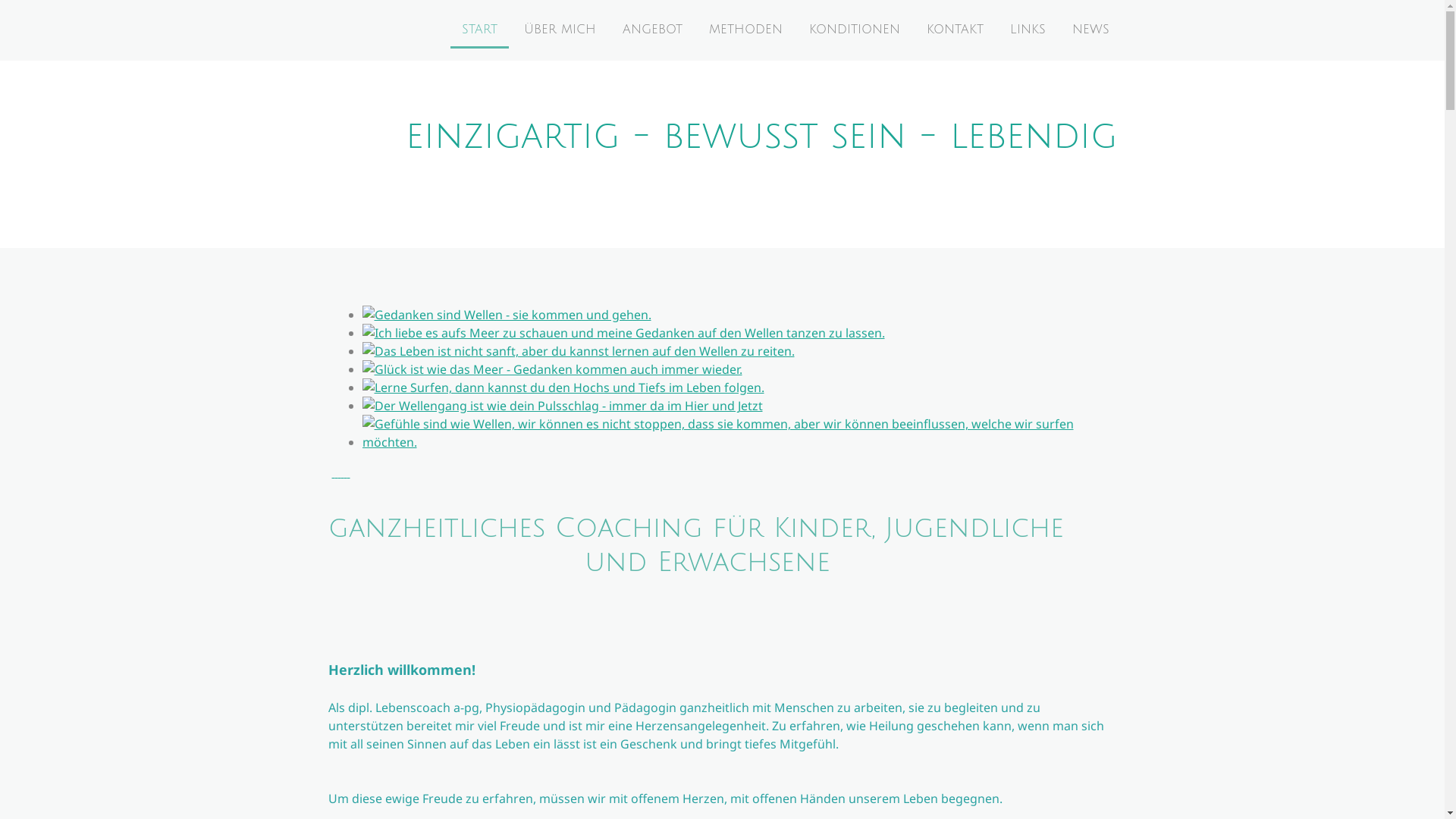  What do you see at coordinates (1089, 30) in the screenshot?
I see `'NEWS'` at bounding box center [1089, 30].